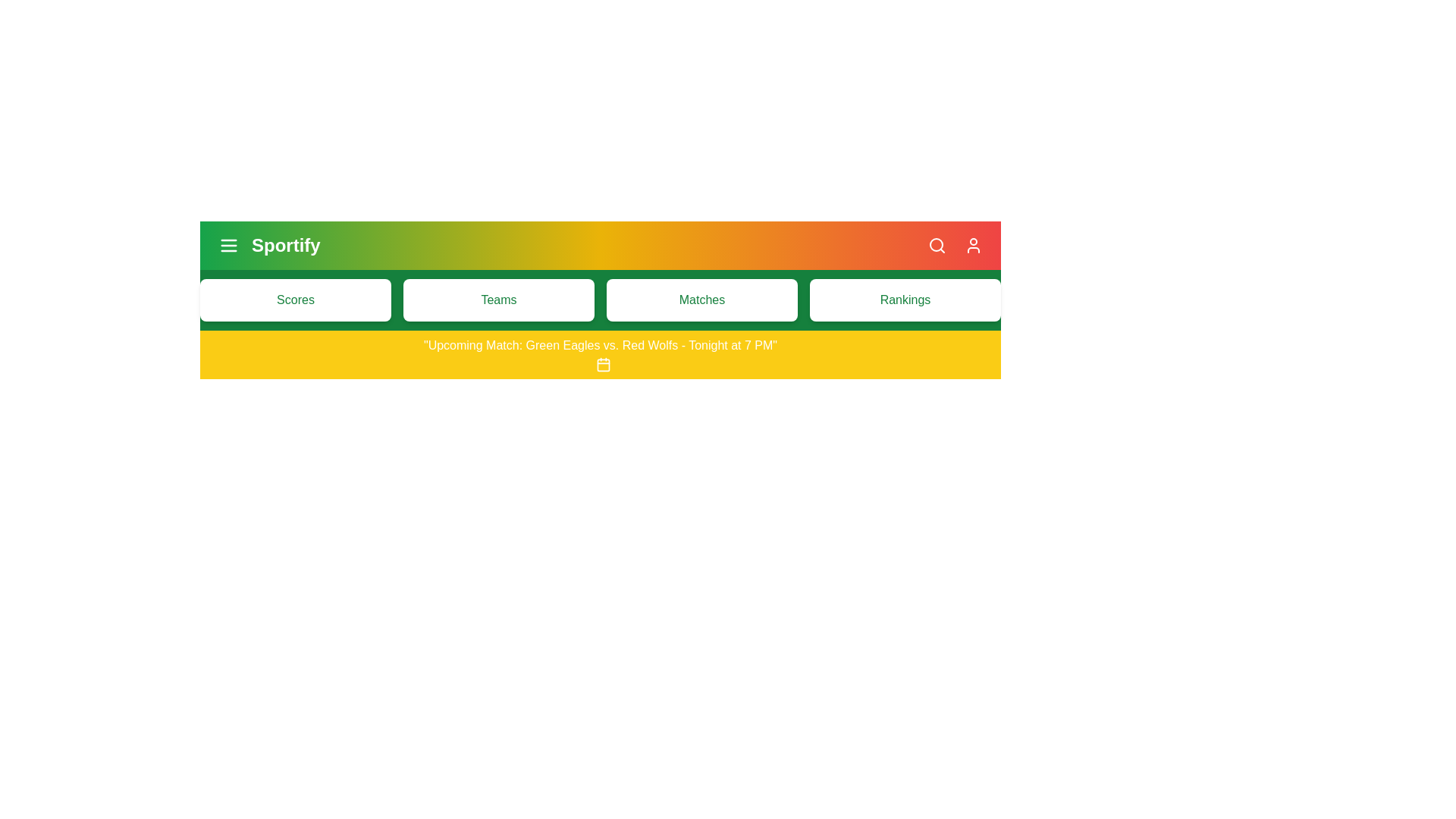  What do you see at coordinates (937, 245) in the screenshot?
I see `the search icon to access the search functionality` at bounding box center [937, 245].